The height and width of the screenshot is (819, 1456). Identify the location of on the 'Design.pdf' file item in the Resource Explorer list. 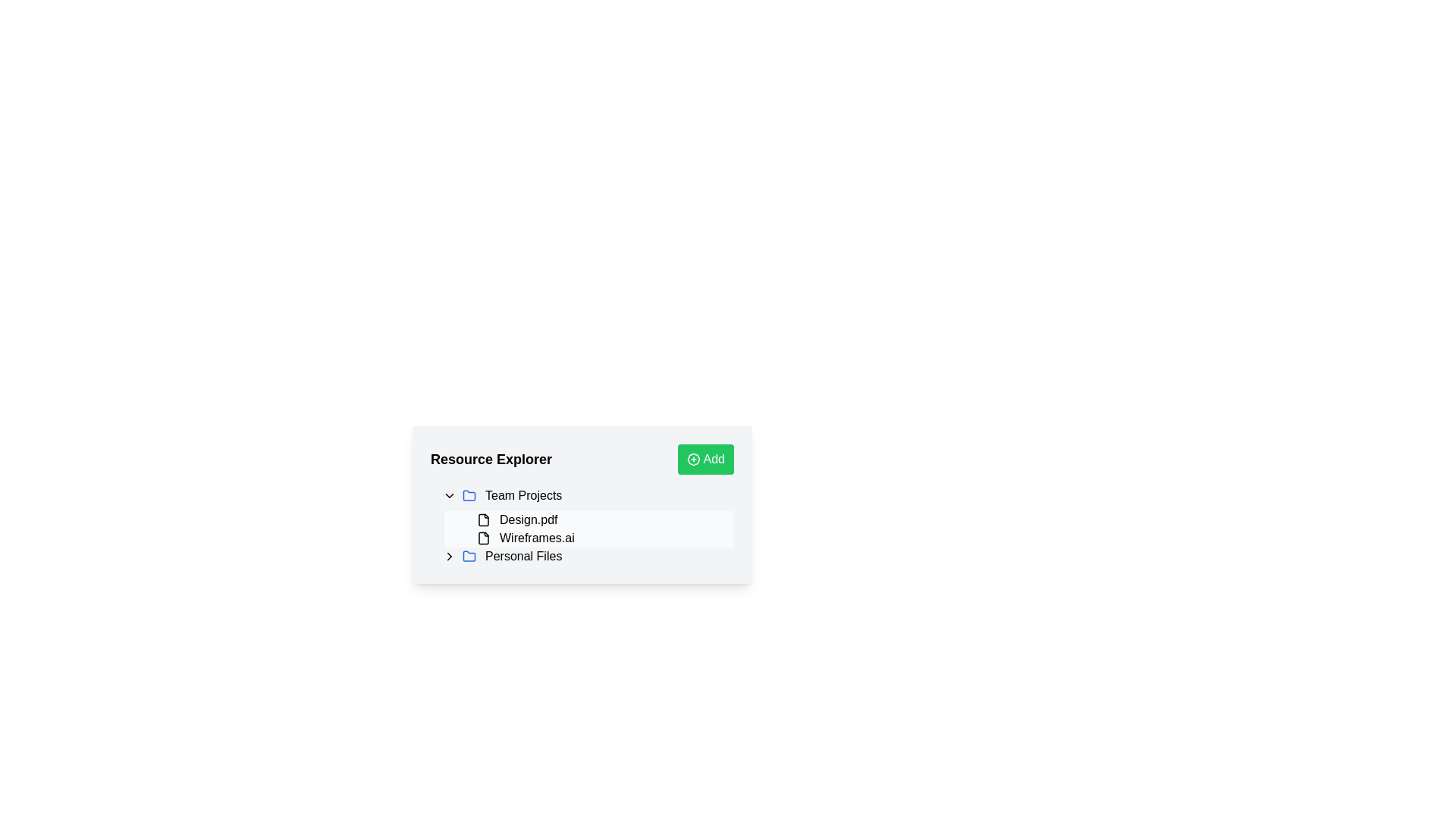
(595, 519).